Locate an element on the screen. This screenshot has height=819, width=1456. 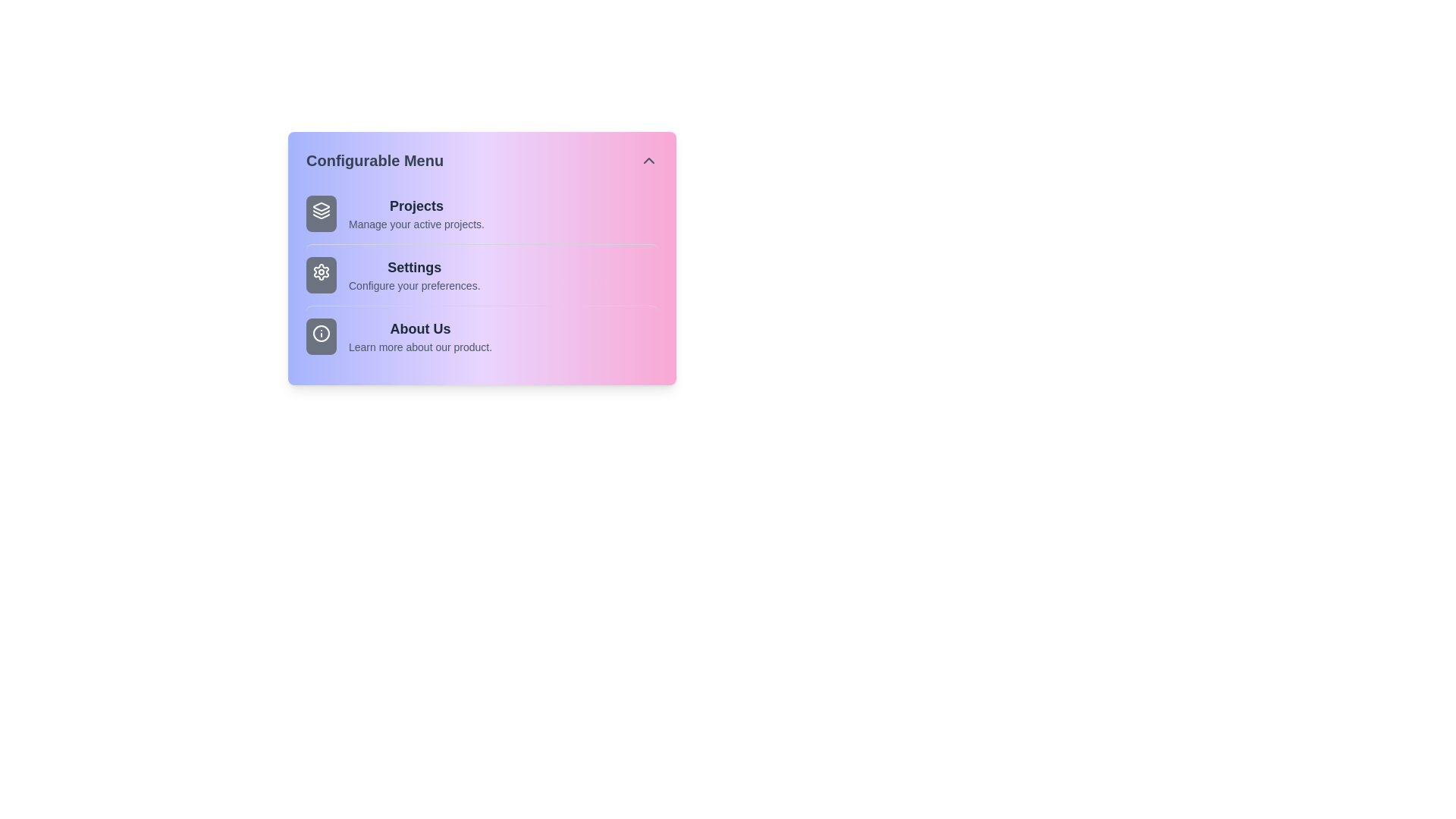
the menu item icon for Projects is located at coordinates (320, 213).